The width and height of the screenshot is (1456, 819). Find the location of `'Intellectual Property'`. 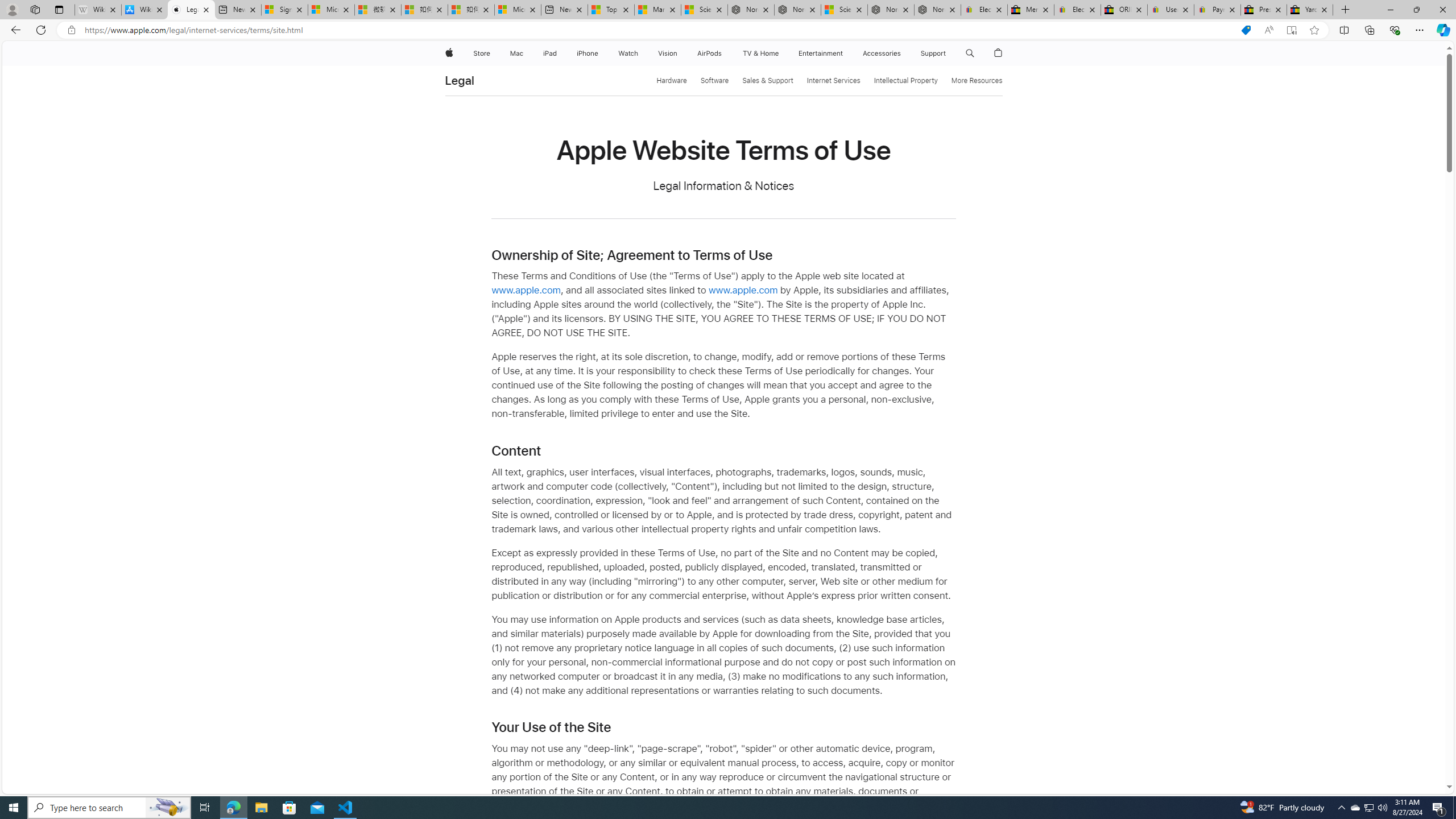

'Intellectual Property' is located at coordinates (905, 80).